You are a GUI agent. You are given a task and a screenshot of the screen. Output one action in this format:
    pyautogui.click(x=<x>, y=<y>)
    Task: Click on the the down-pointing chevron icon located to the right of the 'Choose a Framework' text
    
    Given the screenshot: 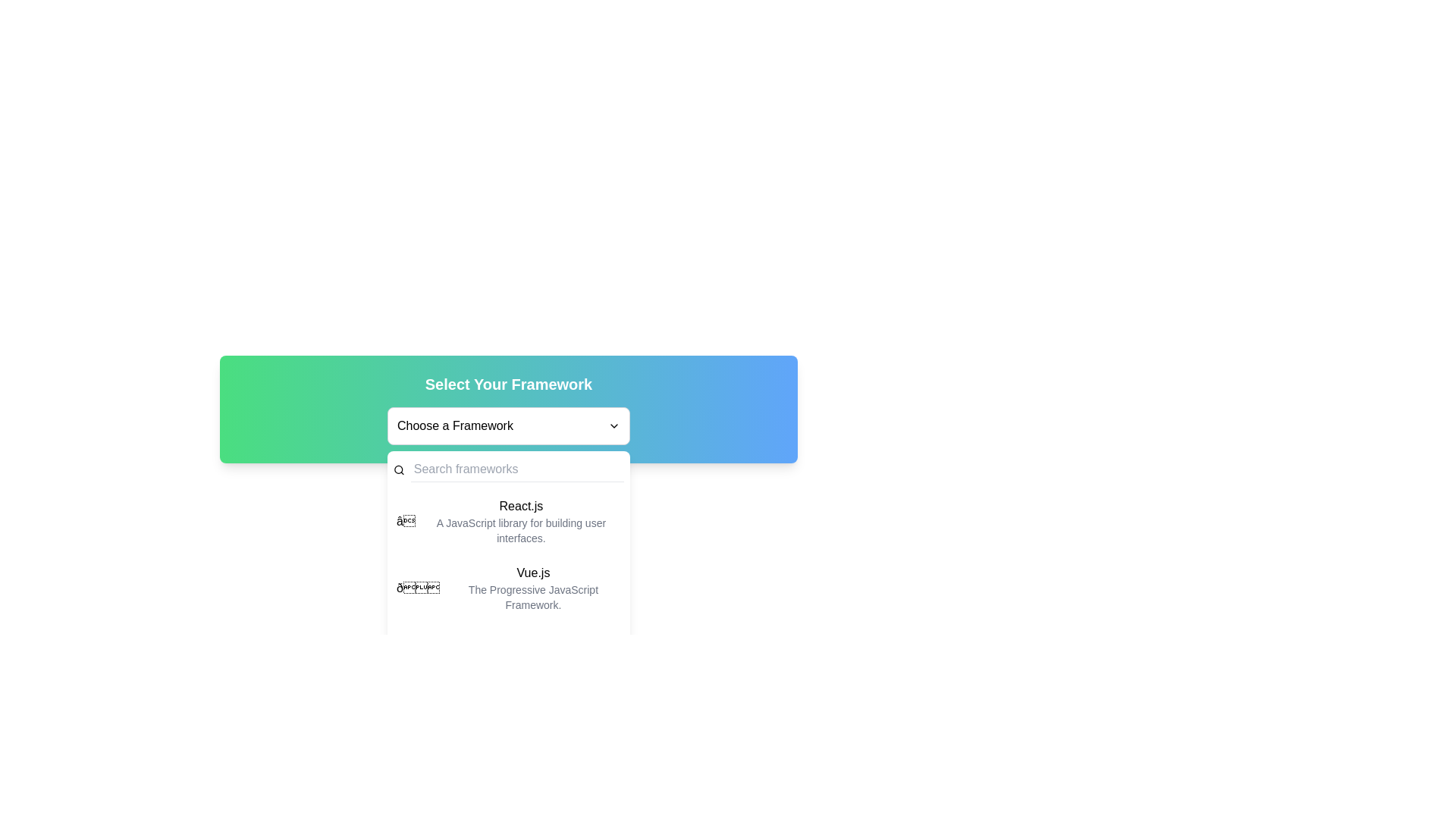 What is the action you would take?
    pyautogui.click(x=614, y=426)
    